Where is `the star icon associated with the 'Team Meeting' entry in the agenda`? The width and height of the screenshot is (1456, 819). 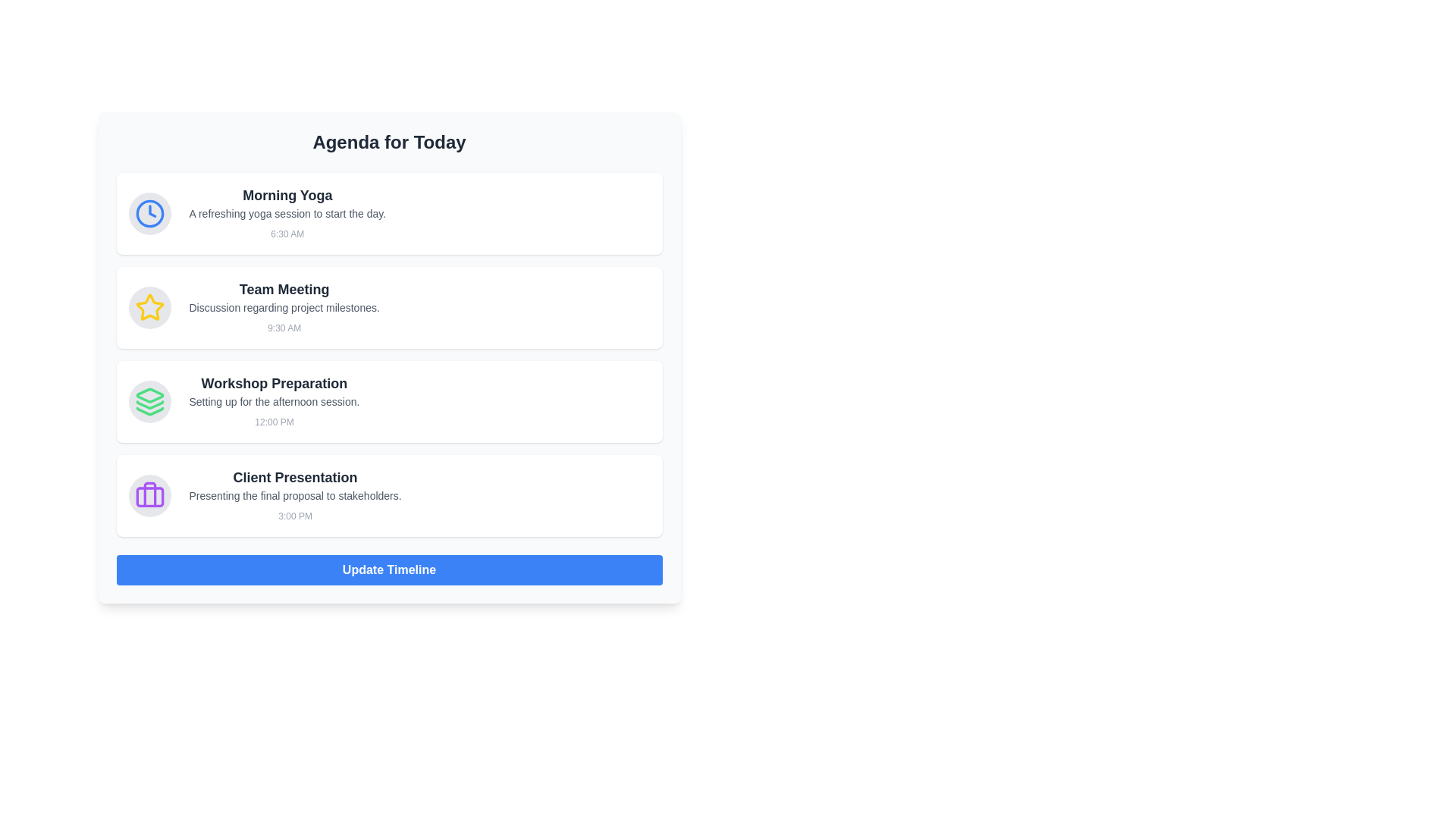
the star icon associated with the 'Team Meeting' entry in the agenda is located at coordinates (149, 307).